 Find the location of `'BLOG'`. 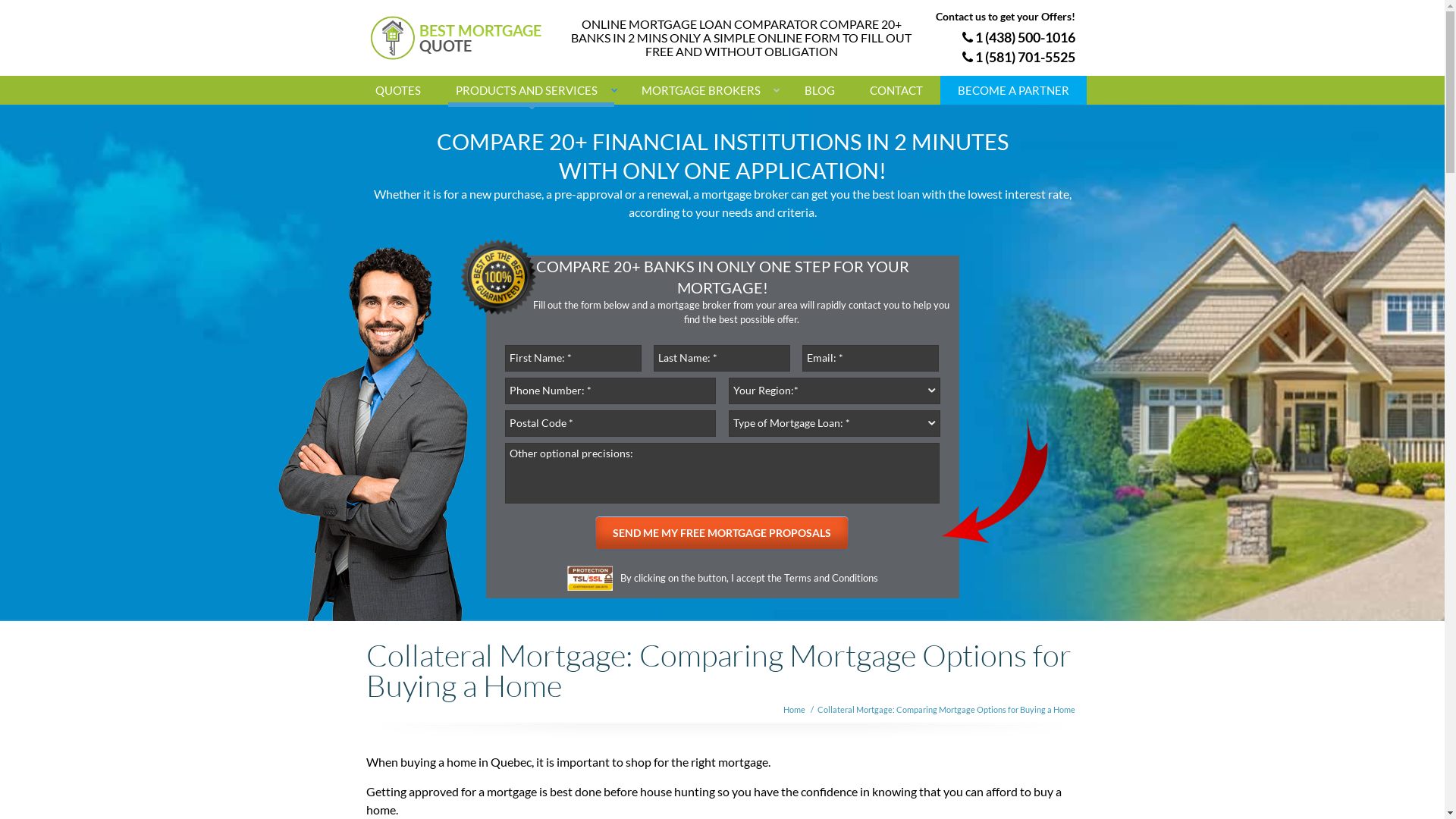

'BLOG' is located at coordinates (786, 90).